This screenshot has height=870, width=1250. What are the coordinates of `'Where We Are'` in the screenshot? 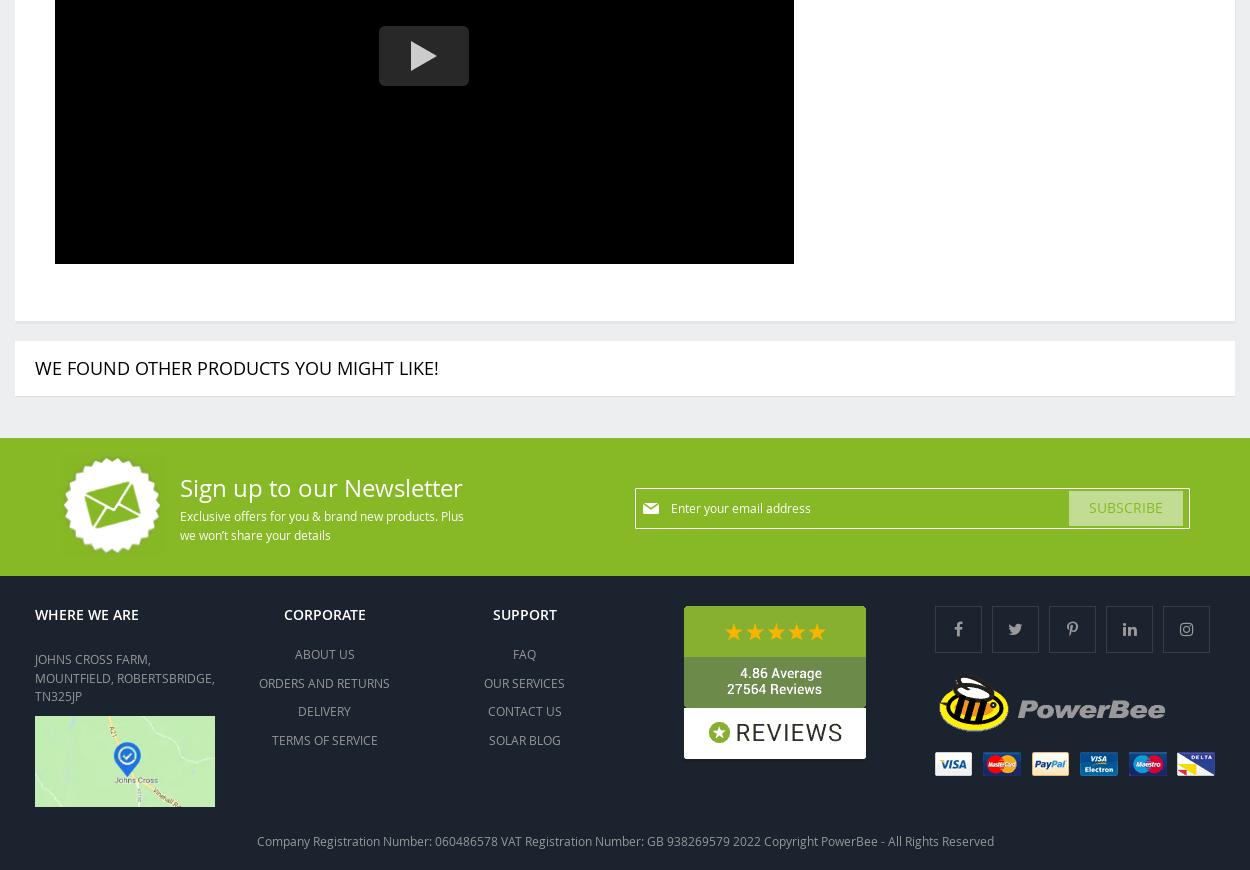 It's located at (86, 613).